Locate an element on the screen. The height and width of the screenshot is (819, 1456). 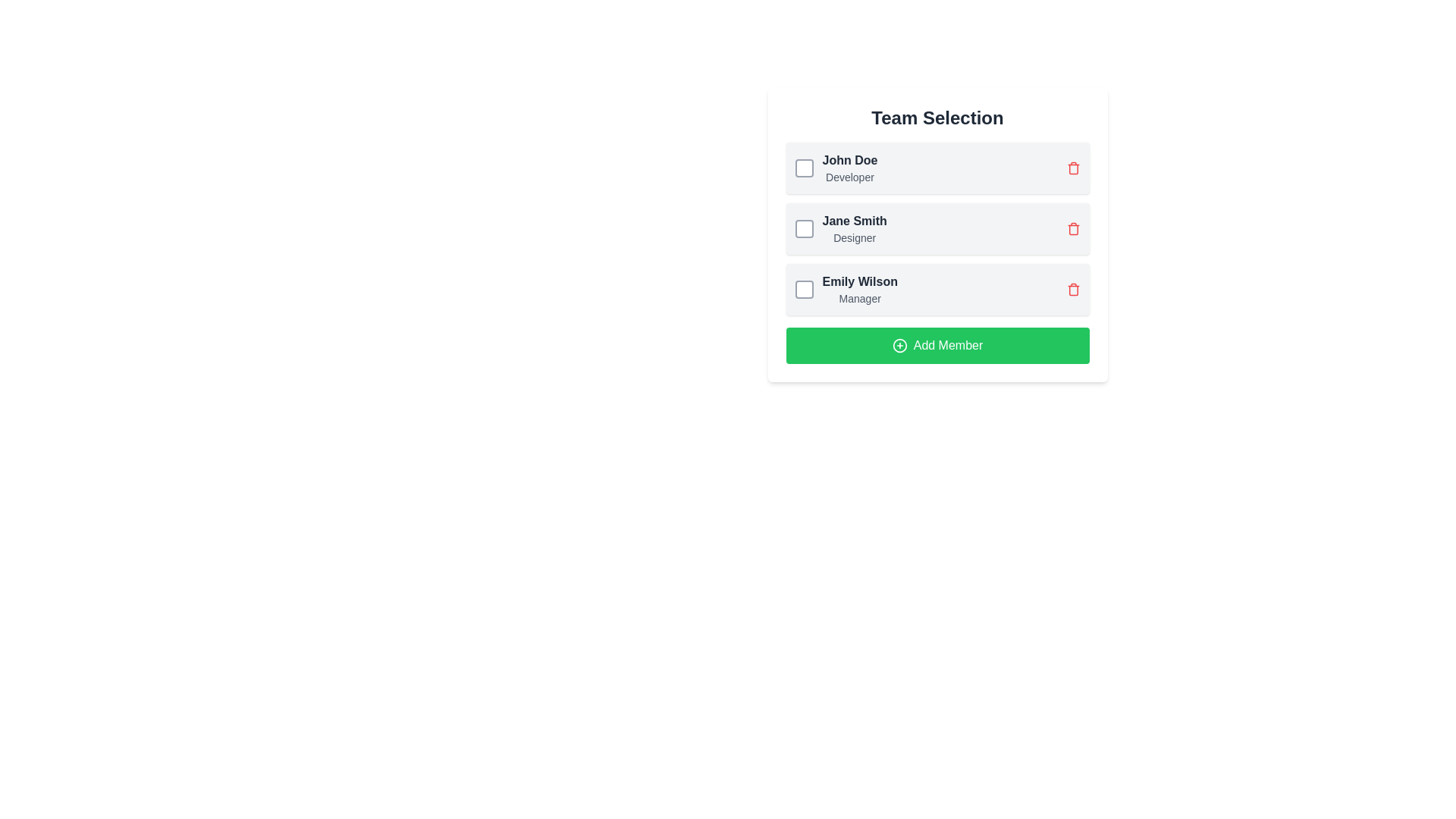
the list item representing 'Emily Wilson', the Manager, which includes a checkbox for selection and is located under the 'Team Selection' heading is located at coordinates (846, 289).